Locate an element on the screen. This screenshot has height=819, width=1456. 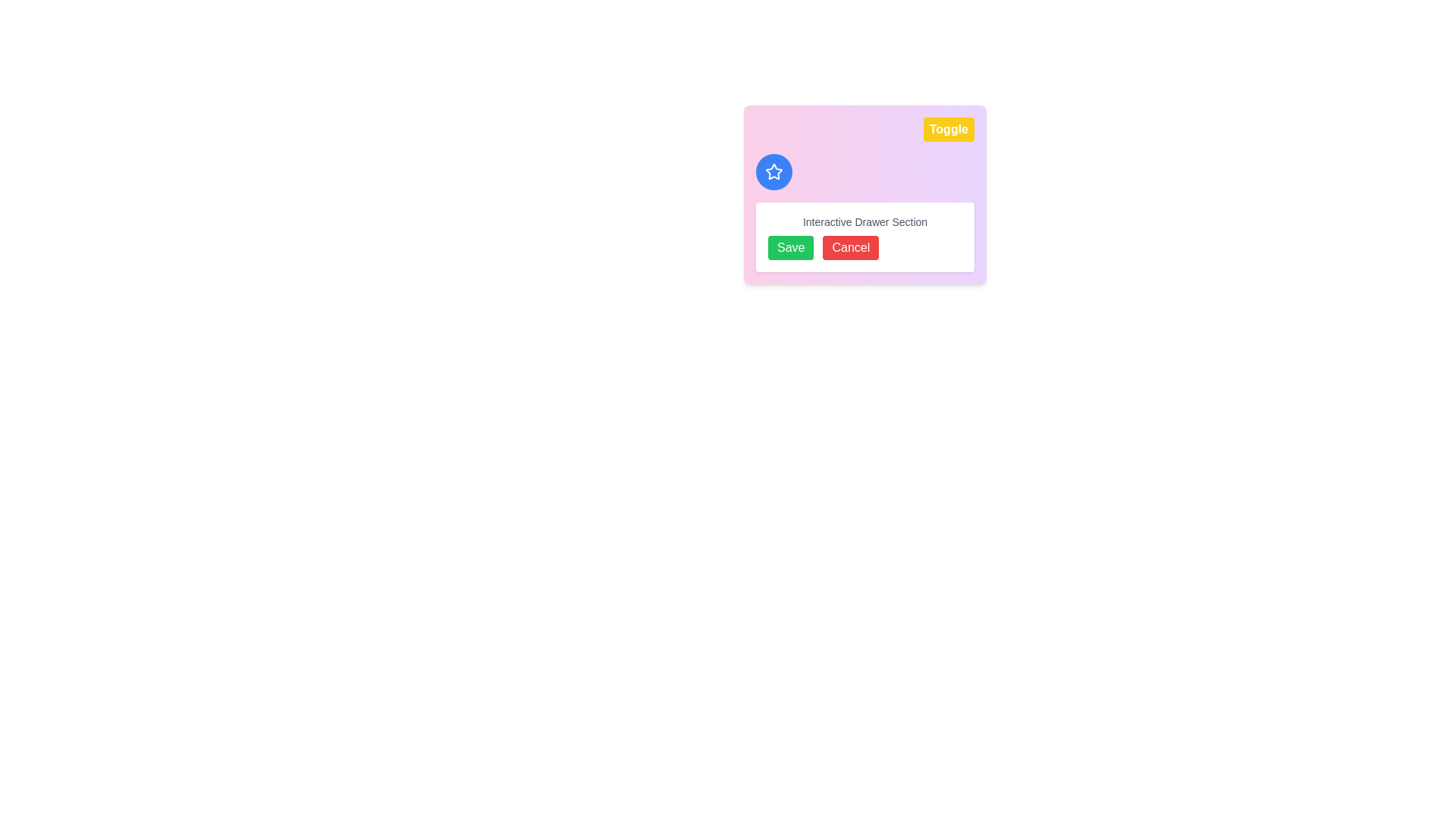
the vibrant yellow 'Toggle' button with white text that has bold, rounded edges to observe its hover effect is located at coordinates (948, 128).